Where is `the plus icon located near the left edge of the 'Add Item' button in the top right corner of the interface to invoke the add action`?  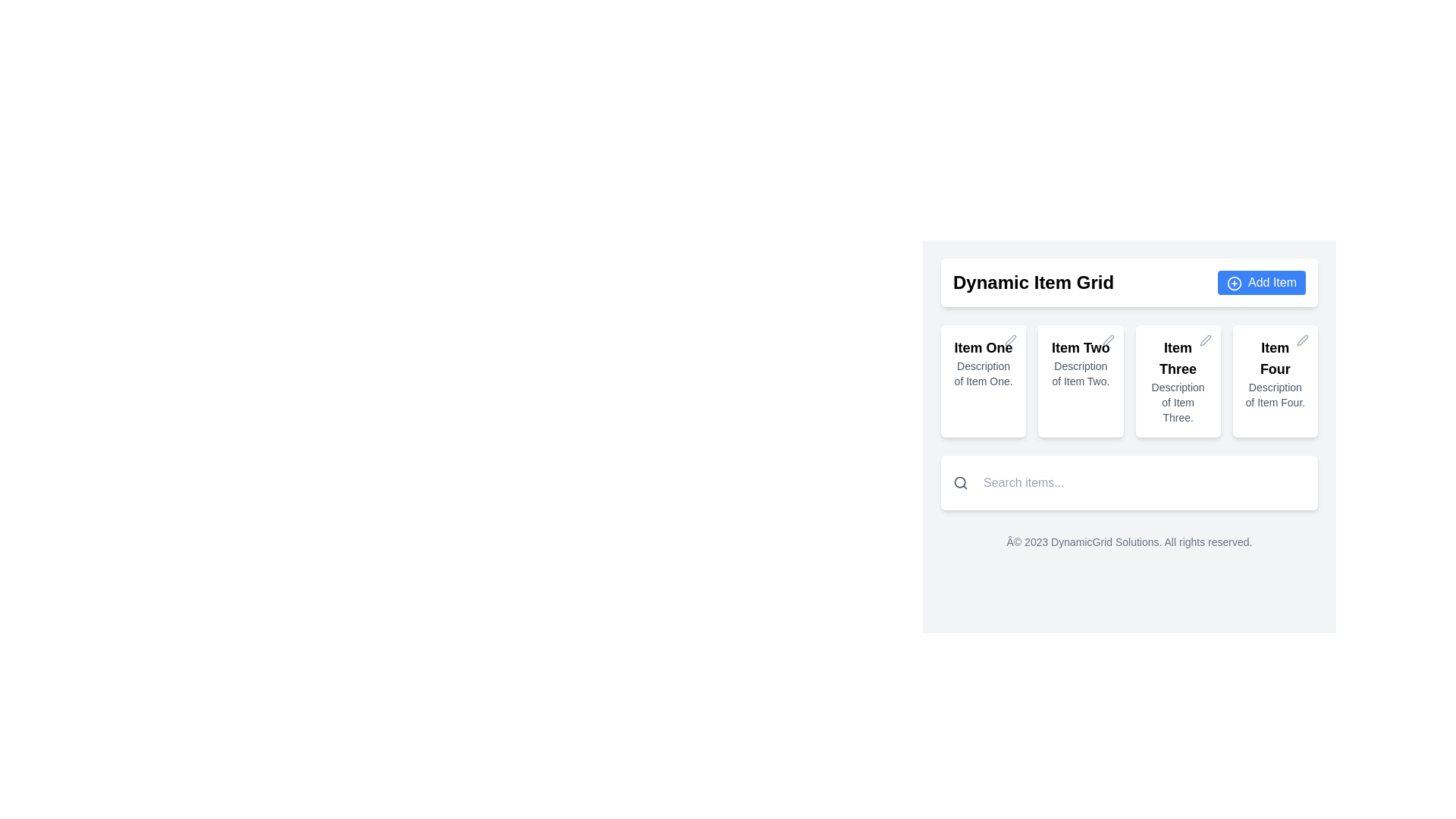
the plus icon located near the left edge of the 'Add Item' button in the top right corner of the interface to invoke the add action is located at coordinates (1234, 283).